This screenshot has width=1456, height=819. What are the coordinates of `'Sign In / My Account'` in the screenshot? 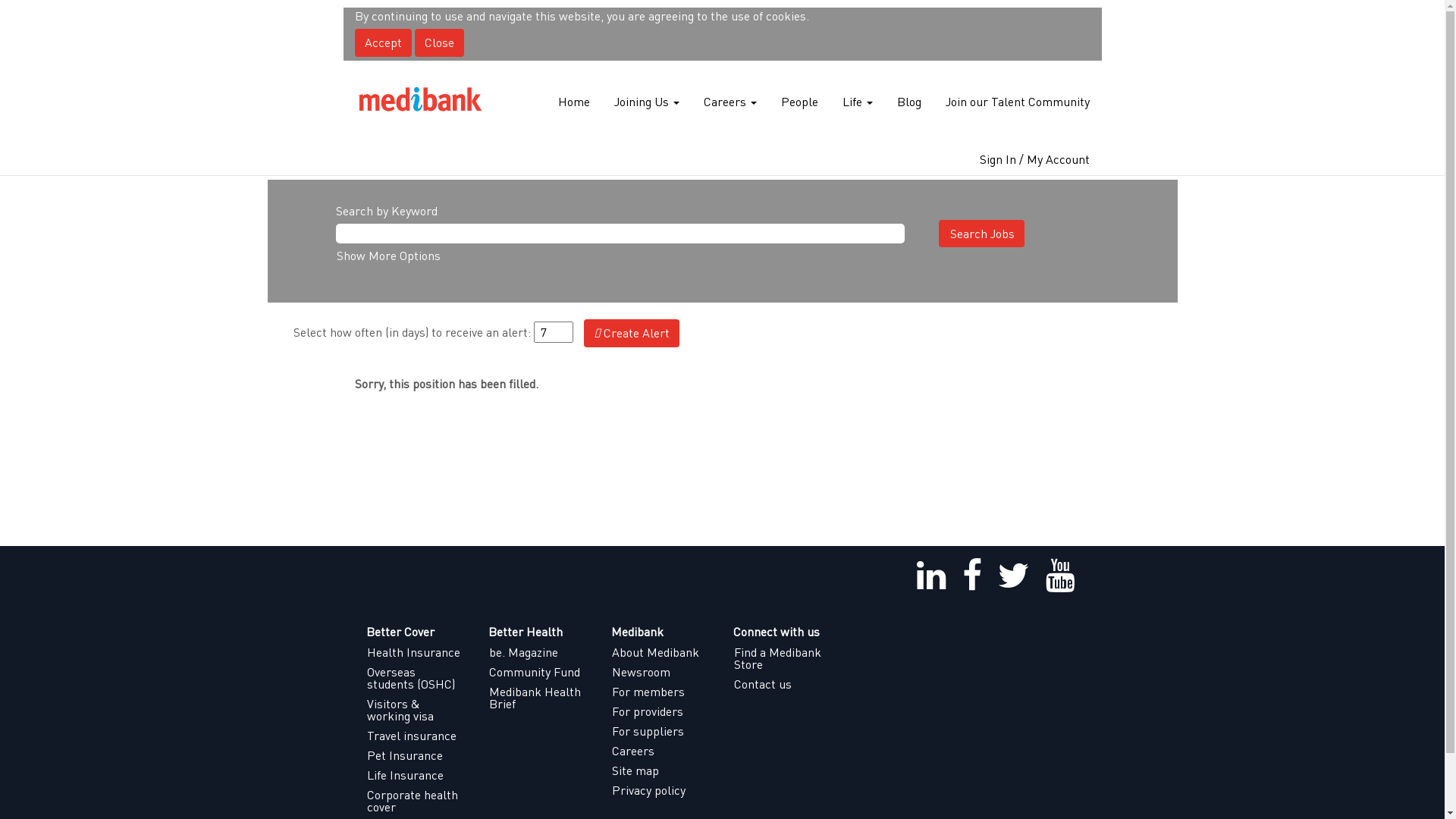 It's located at (1033, 158).